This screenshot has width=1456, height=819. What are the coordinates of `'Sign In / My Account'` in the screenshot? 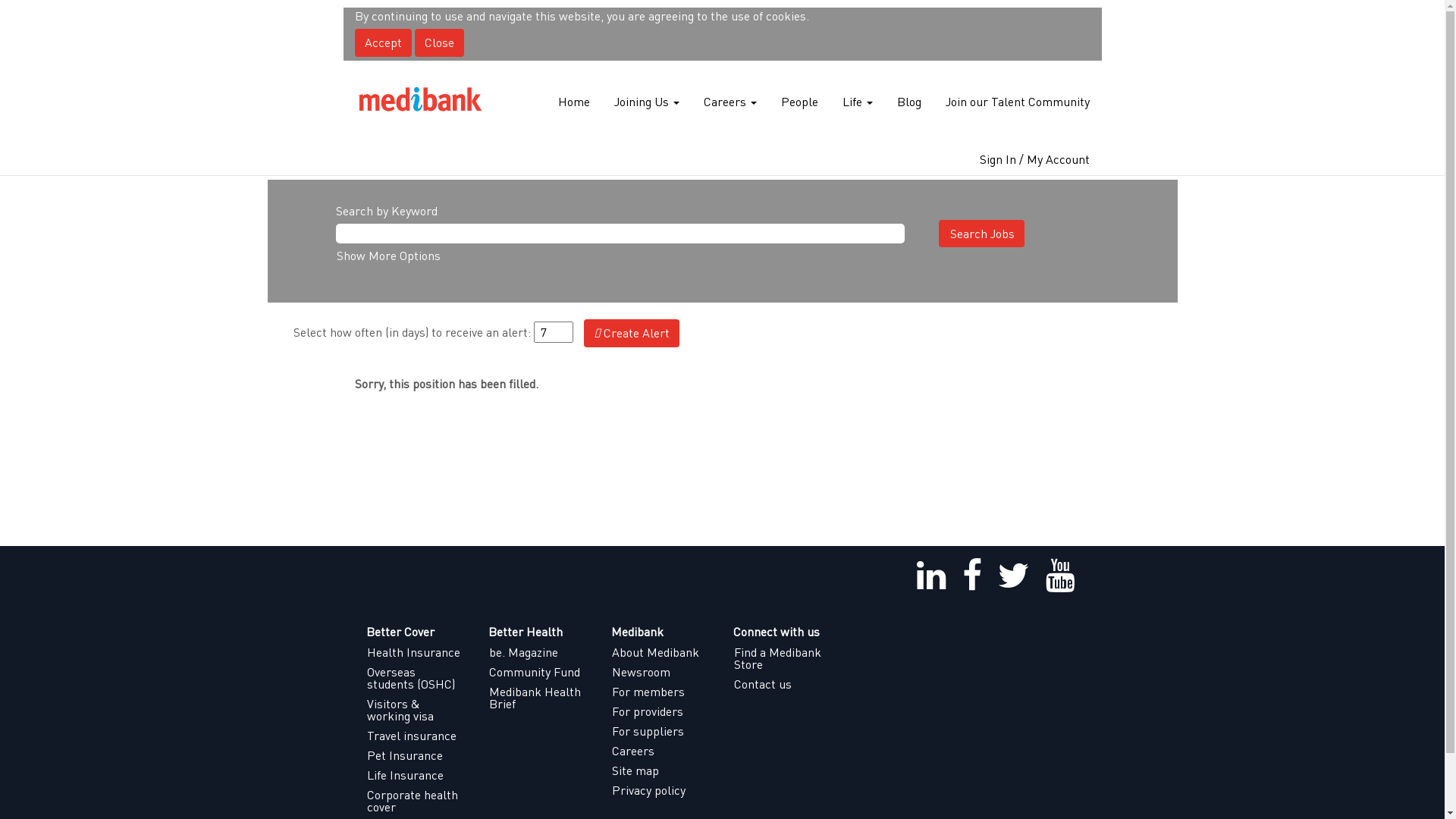 It's located at (1033, 158).